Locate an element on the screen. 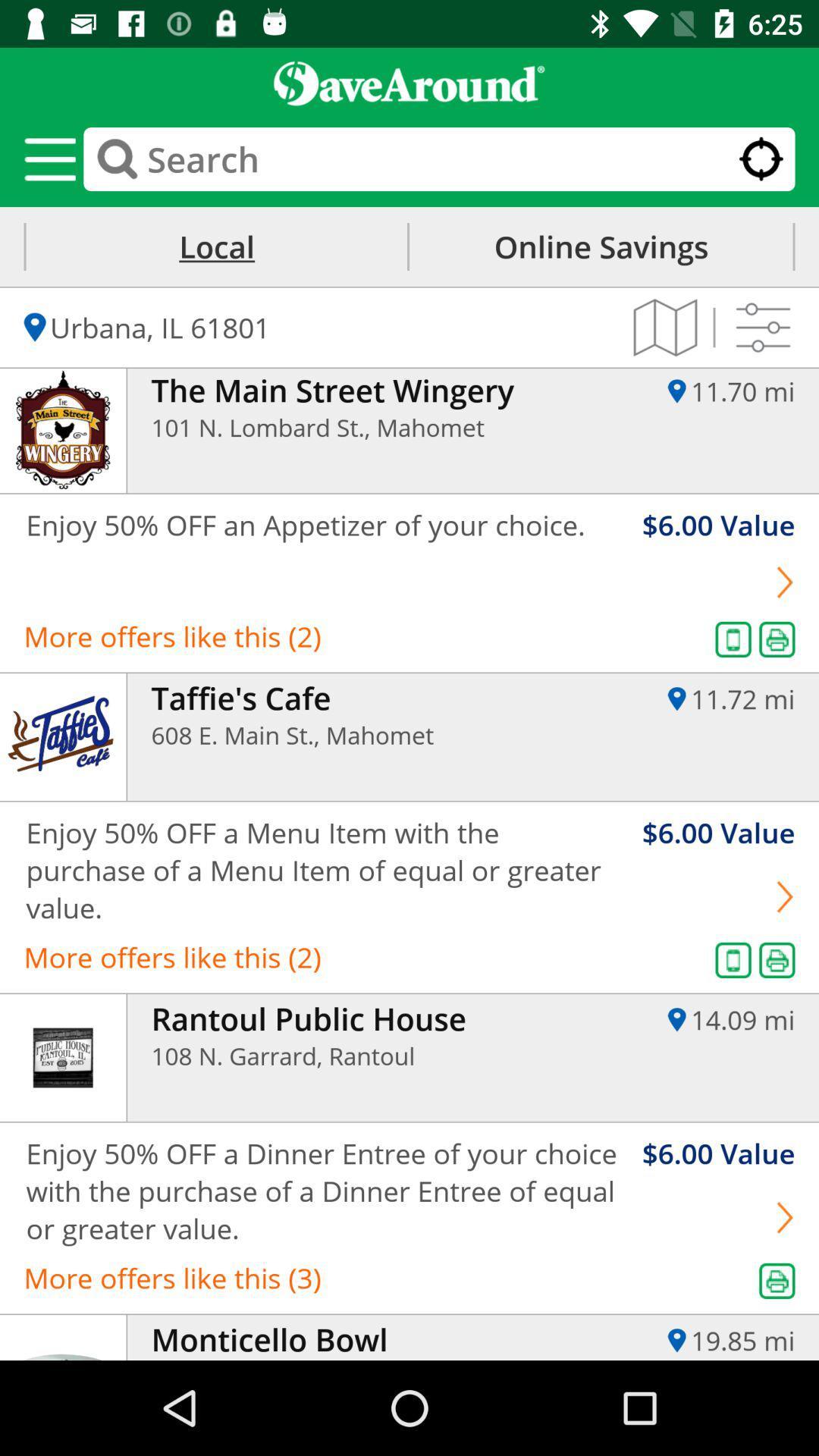 This screenshot has width=819, height=1456. right of second option is located at coordinates (785, 582).